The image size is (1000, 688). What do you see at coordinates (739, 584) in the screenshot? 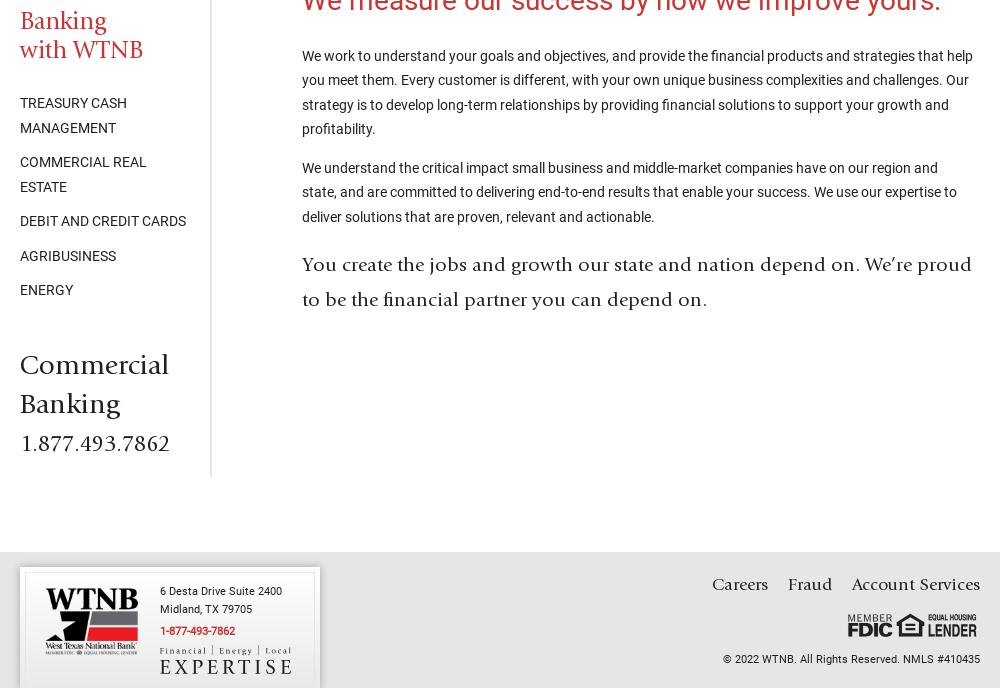
I see `'Careers'` at bounding box center [739, 584].